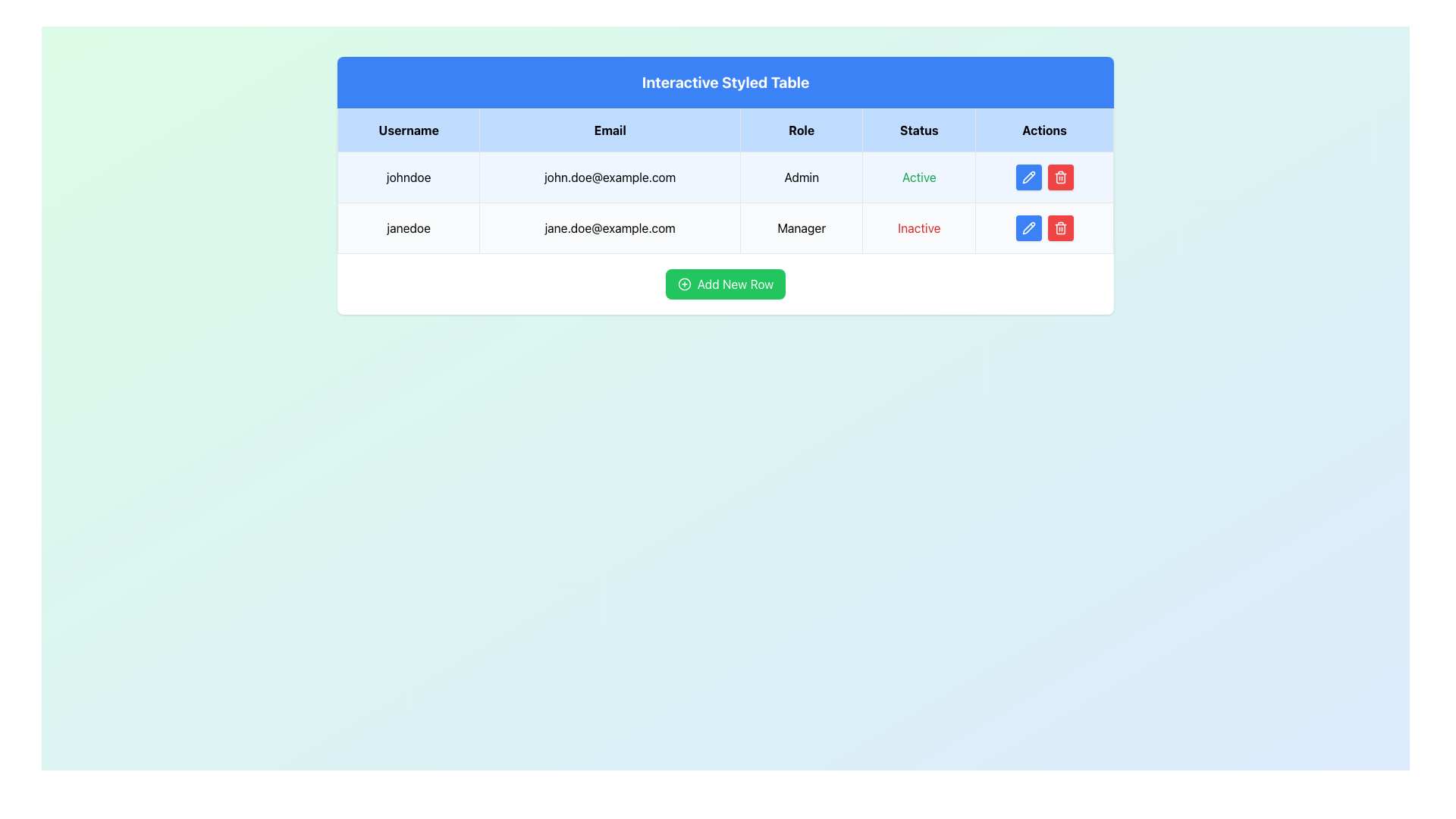  I want to click on the square button with a red background and white trash icon in the Actions column of the second row, so click(1059, 177).